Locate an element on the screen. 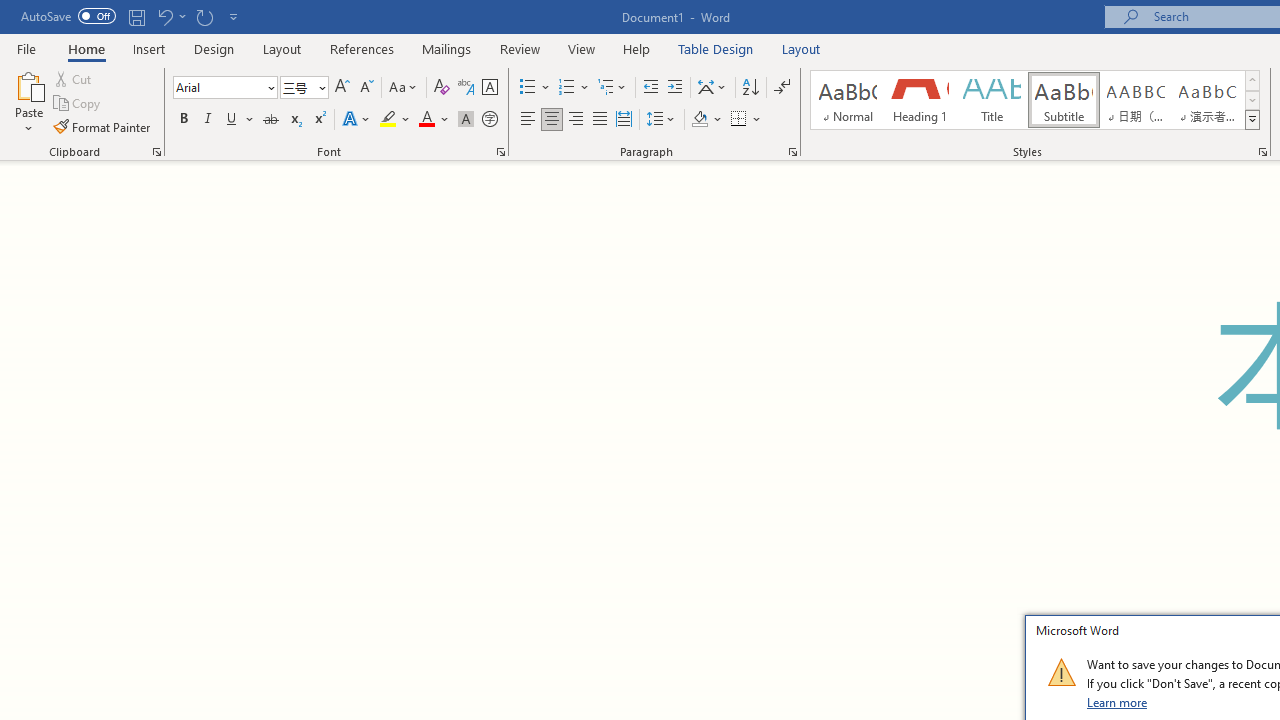 The image size is (1280, 720). 'Align Right' is located at coordinates (575, 119).